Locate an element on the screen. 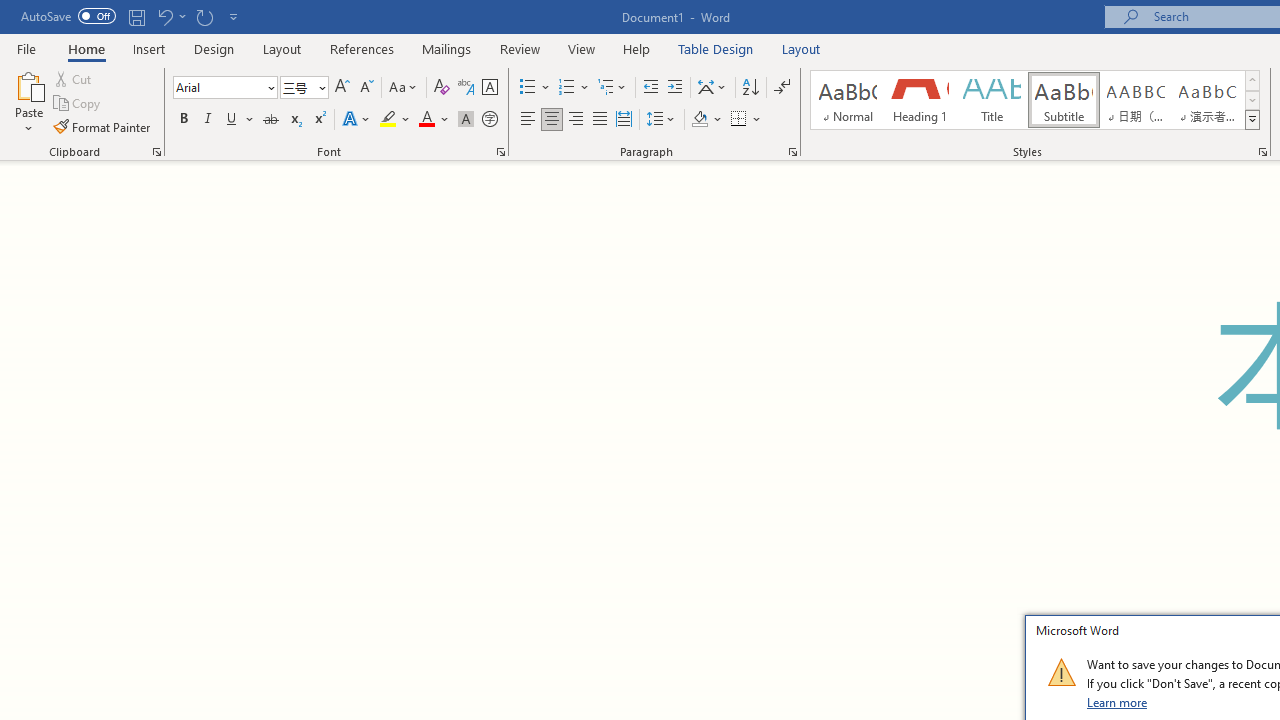 The image size is (1280, 720). 'Align Right' is located at coordinates (575, 119).